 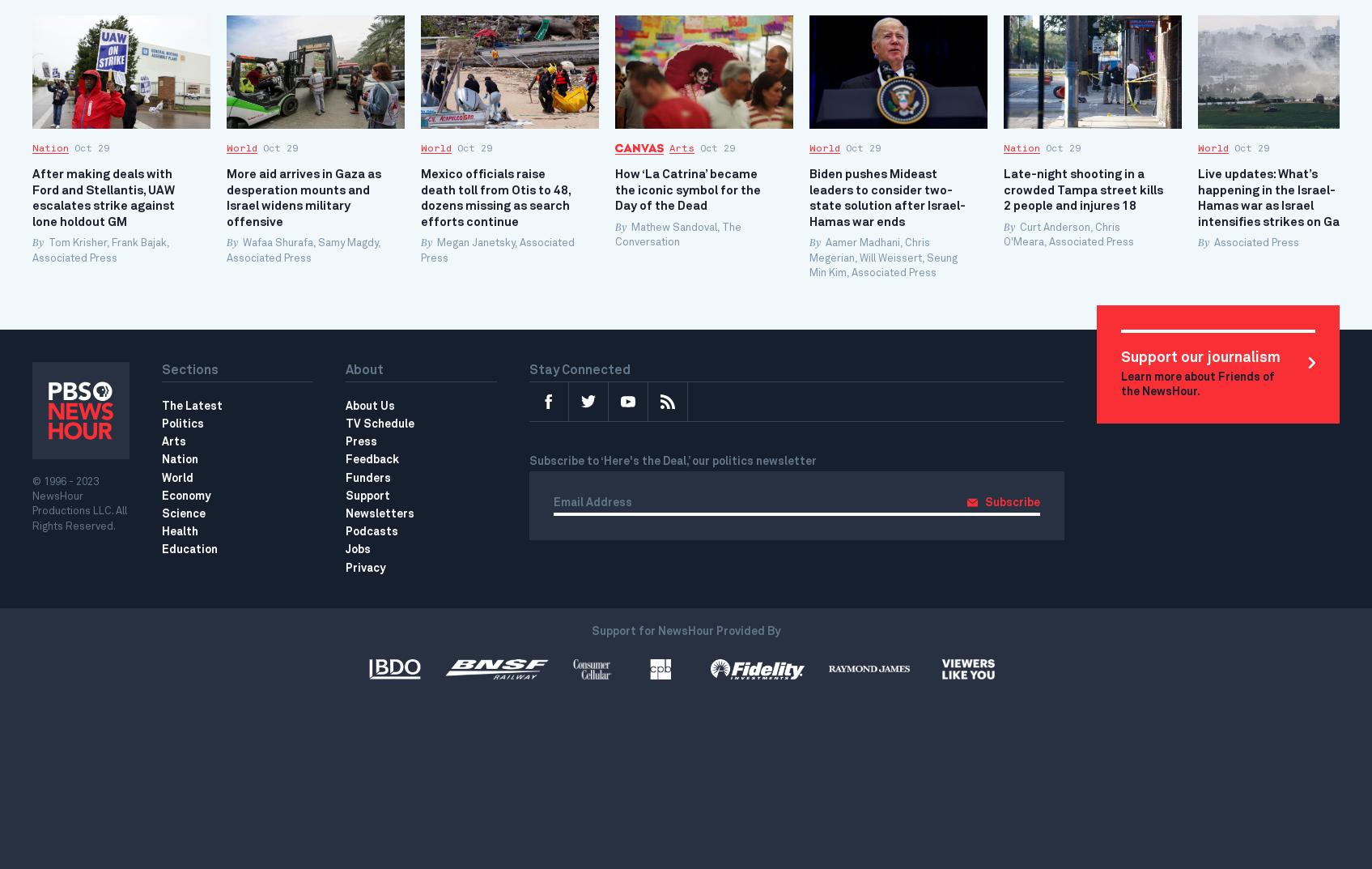 What do you see at coordinates (179, 530) in the screenshot?
I see `'Health'` at bounding box center [179, 530].